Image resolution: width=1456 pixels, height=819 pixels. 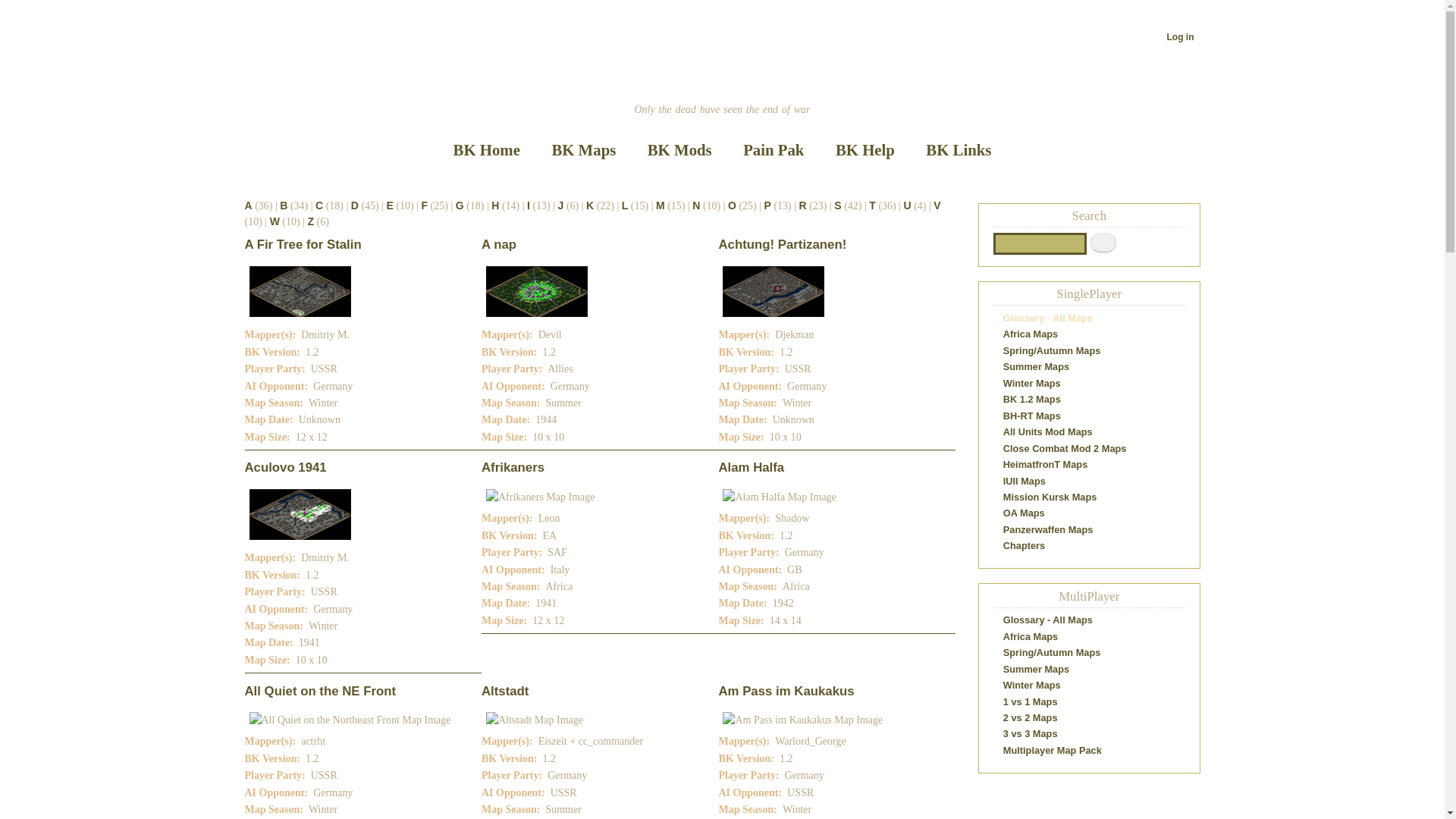 What do you see at coordinates (1031, 398) in the screenshot?
I see `'BK 1.2 Maps'` at bounding box center [1031, 398].